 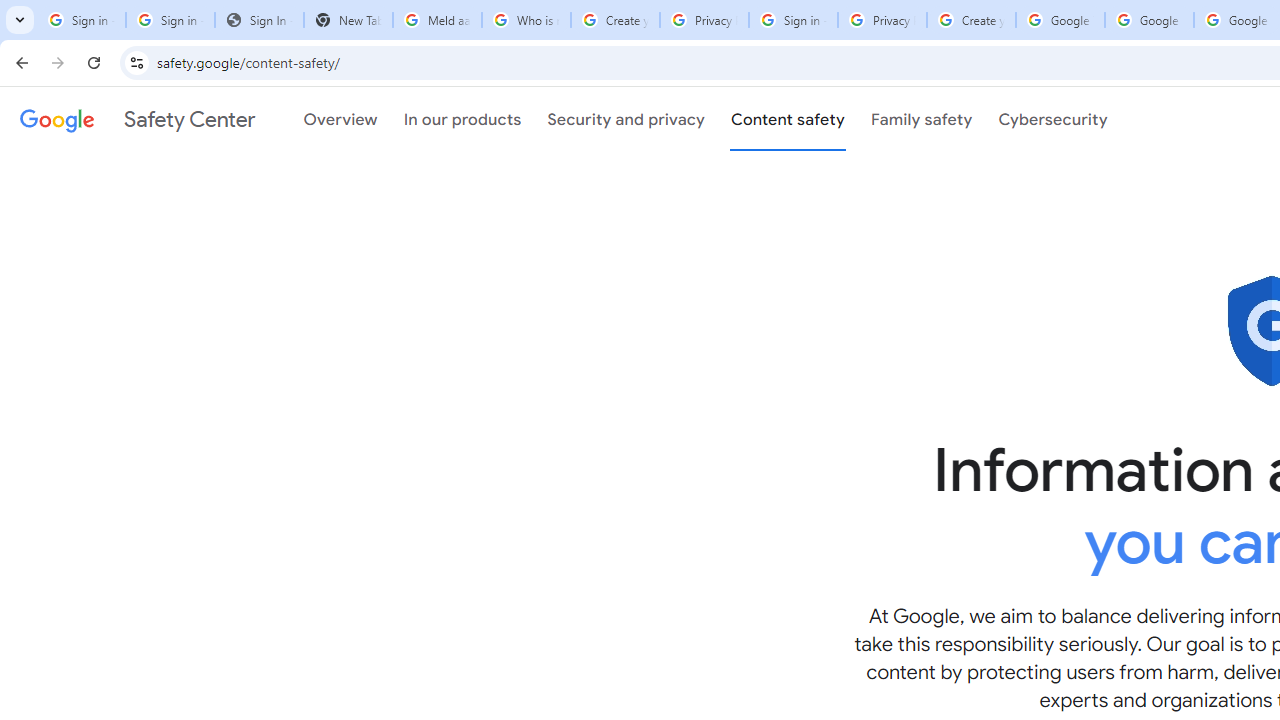 I want to click on 'Family safety', so click(x=920, y=119).